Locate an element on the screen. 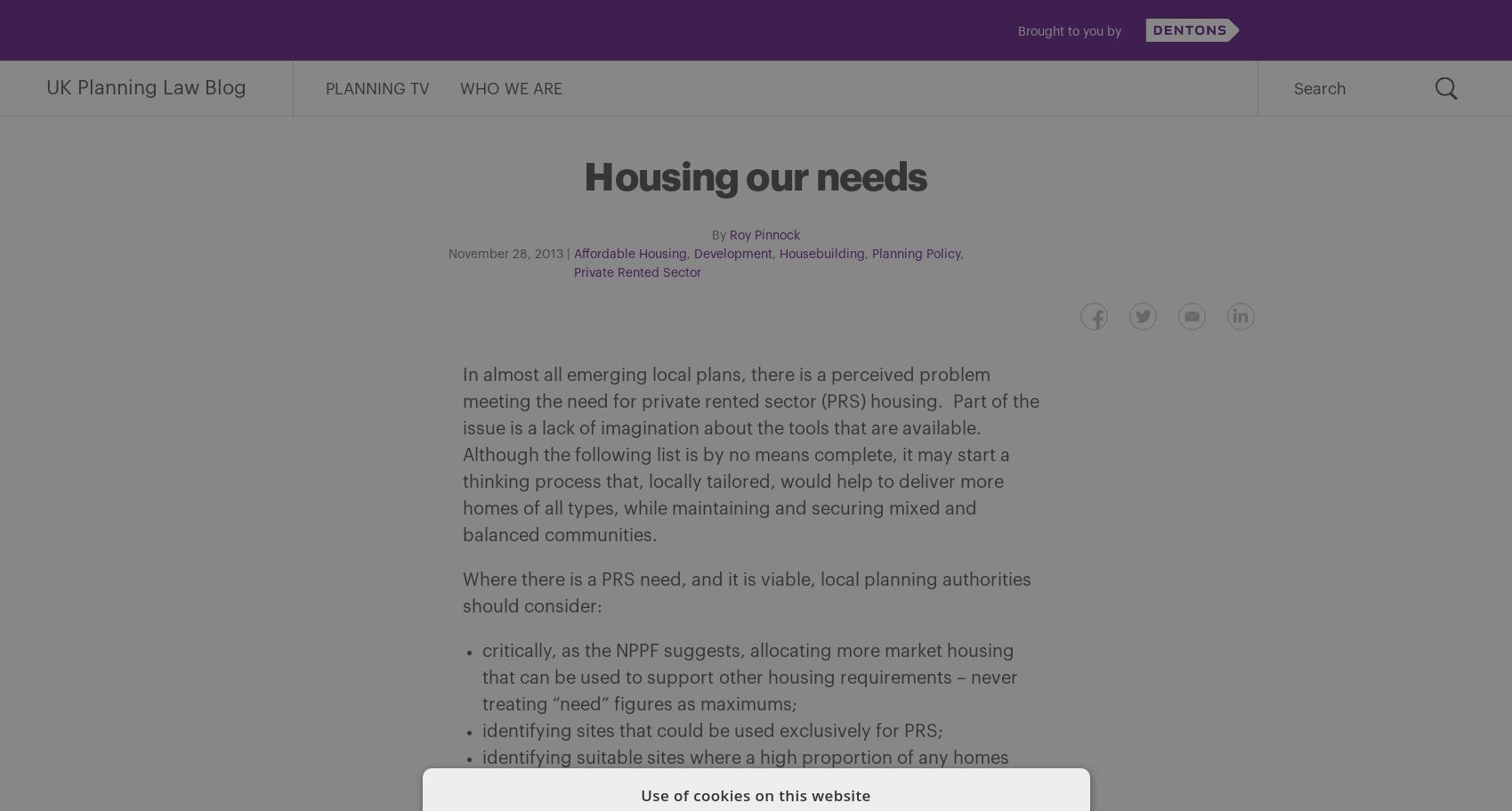 Image resolution: width=1512 pixels, height=811 pixels. 'Private Rented Sector' is located at coordinates (636, 273).